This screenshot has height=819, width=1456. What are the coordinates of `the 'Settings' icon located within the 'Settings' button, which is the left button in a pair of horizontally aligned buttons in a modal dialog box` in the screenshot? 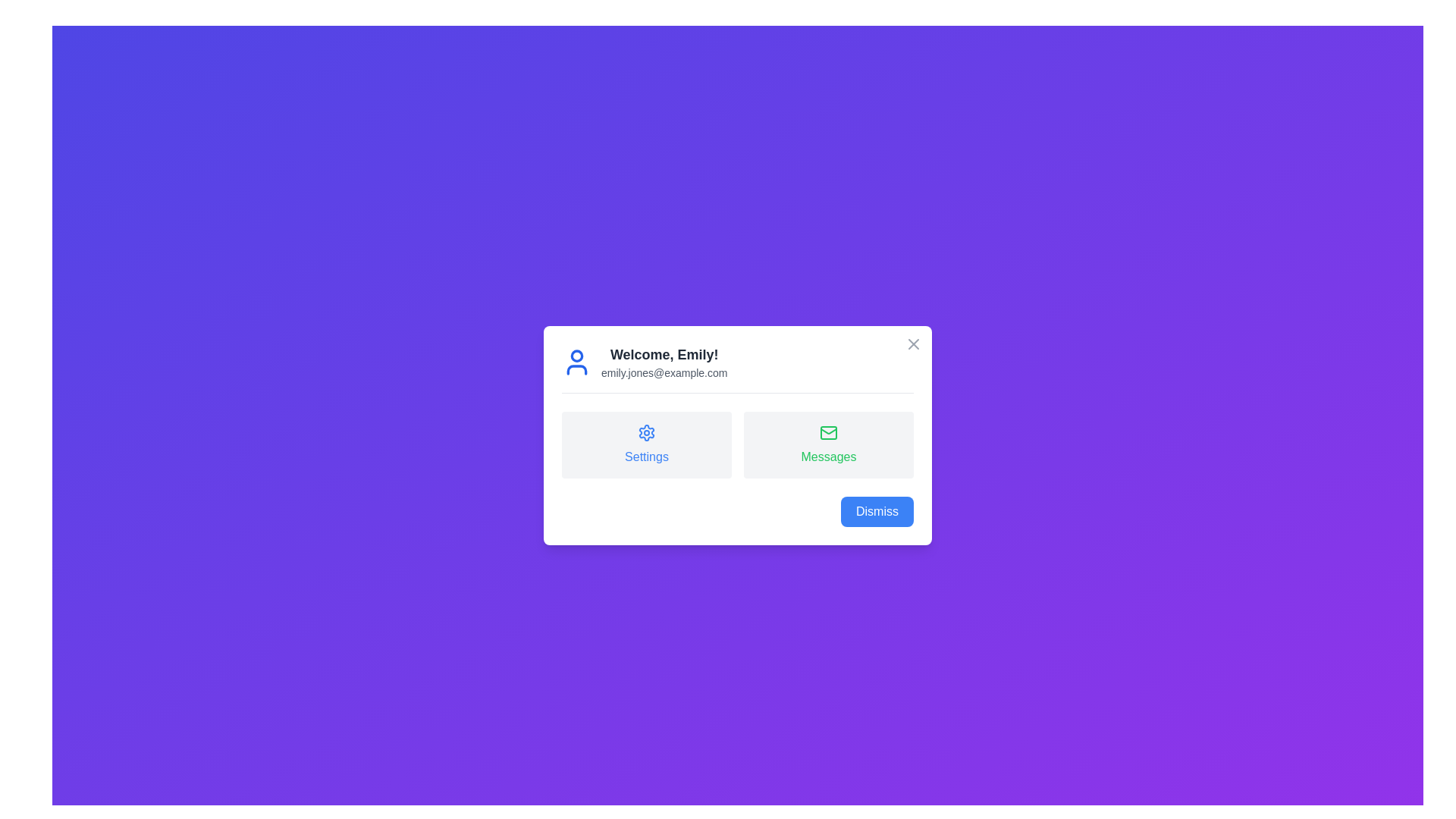 It's located at (647, 432).